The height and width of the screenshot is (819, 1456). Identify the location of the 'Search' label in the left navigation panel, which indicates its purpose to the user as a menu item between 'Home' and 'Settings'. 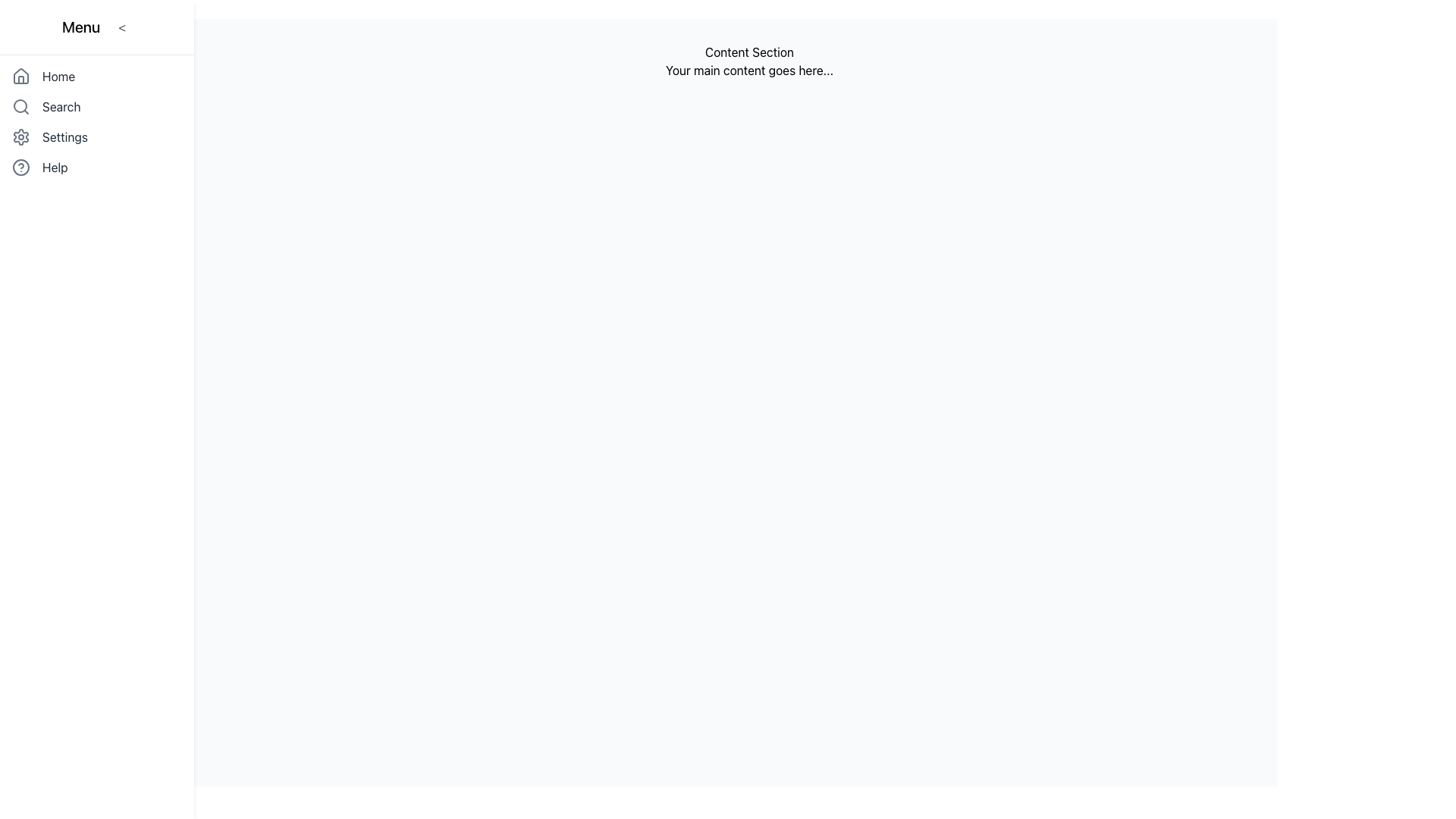
(61, 106).